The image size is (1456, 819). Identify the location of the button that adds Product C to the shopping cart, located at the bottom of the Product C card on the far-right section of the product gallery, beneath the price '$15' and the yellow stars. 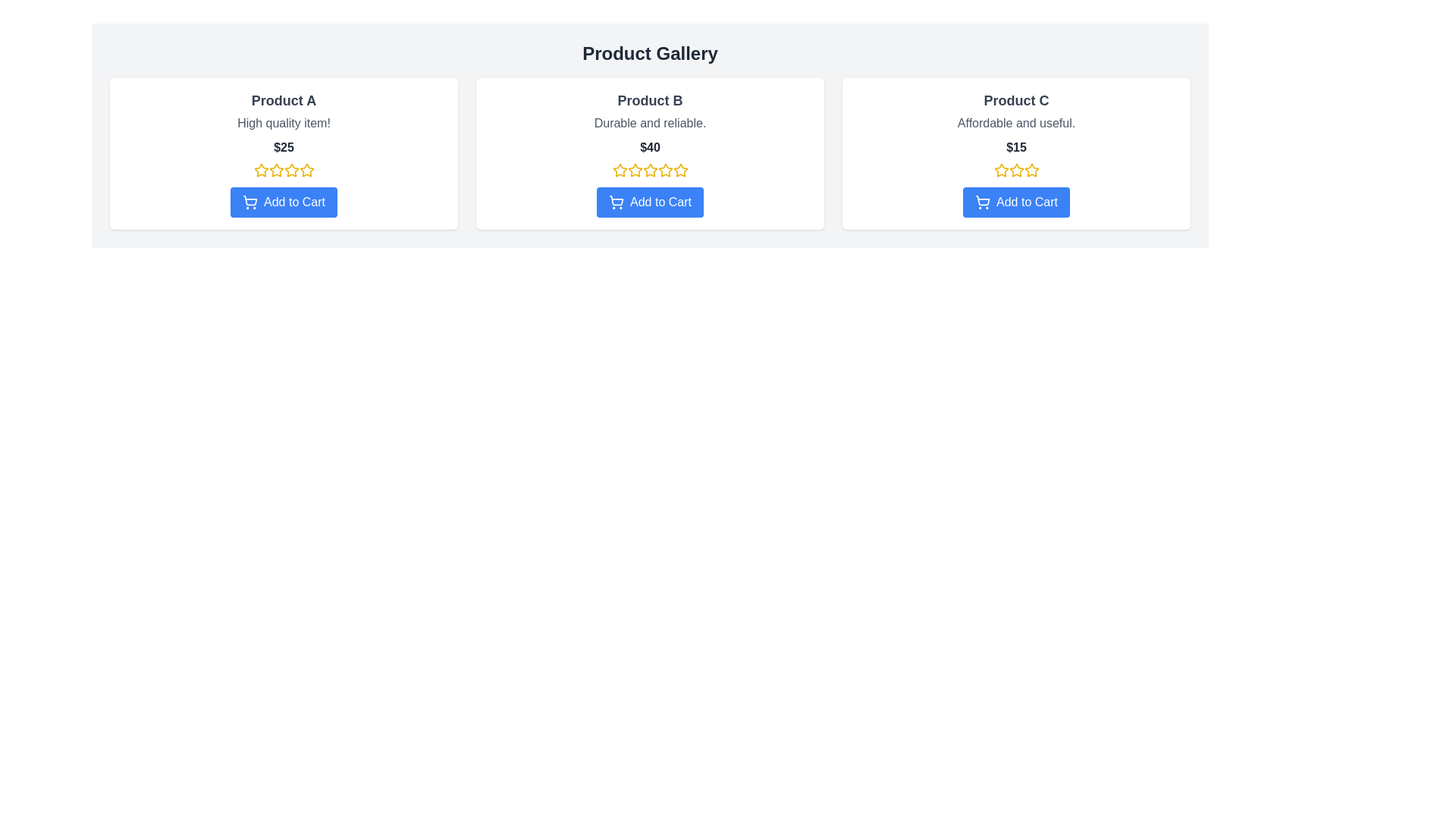
(1016, 201).